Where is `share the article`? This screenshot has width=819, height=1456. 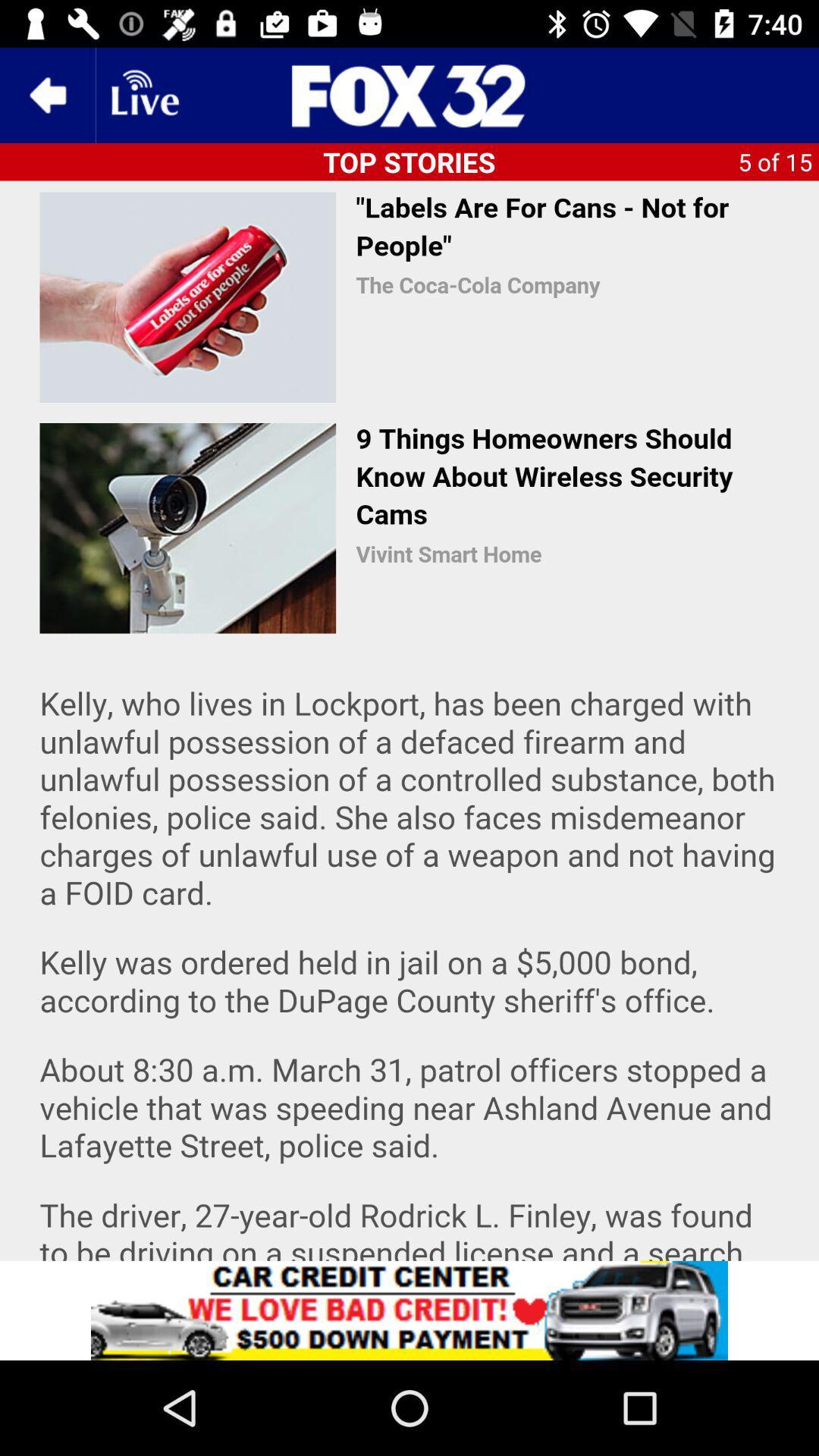
share the article is located at coordinates (409, 94).